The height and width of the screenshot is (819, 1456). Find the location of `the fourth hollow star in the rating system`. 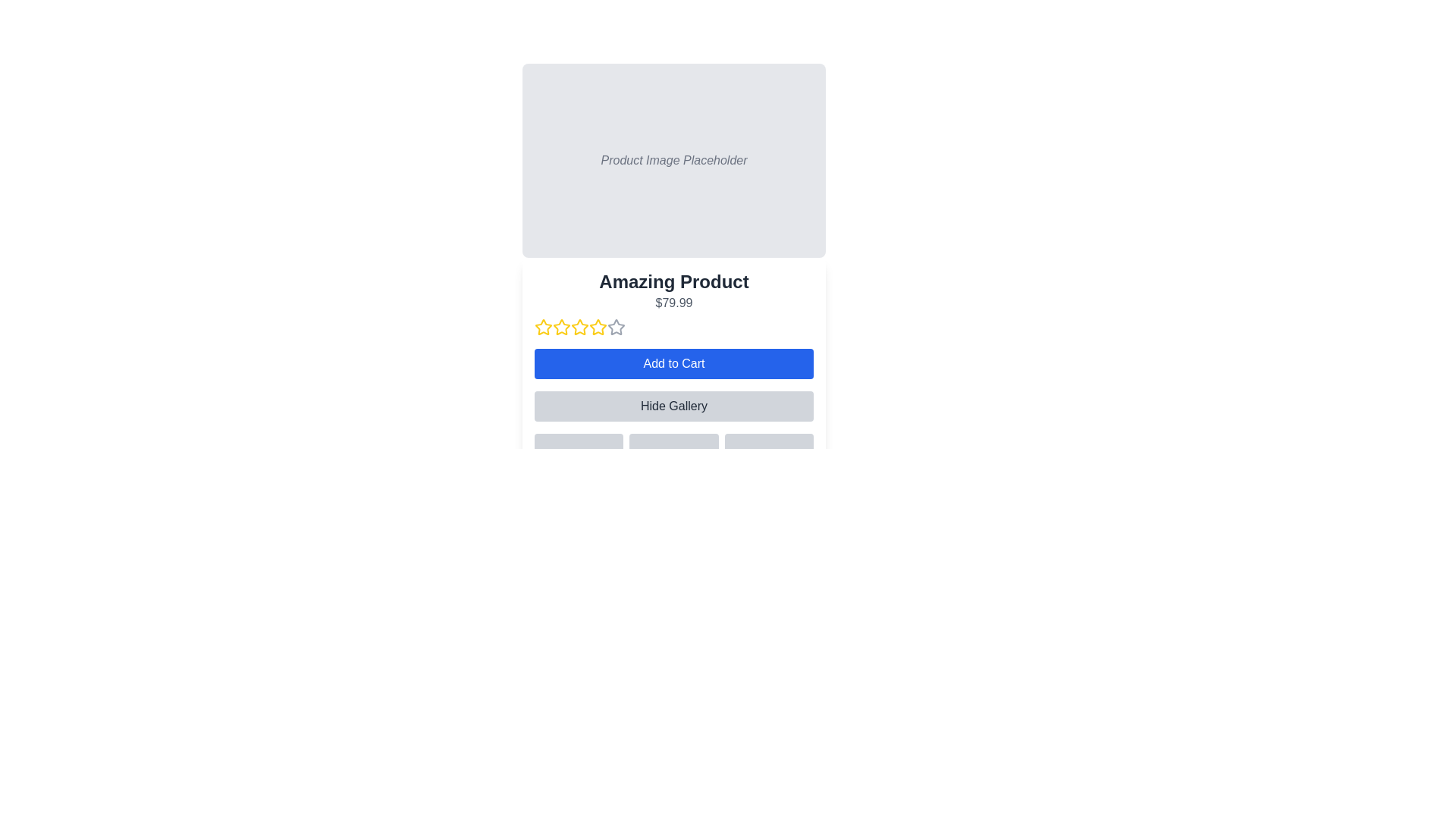

the fourth hollow star in the rating system is located at coordinates (616, 326).